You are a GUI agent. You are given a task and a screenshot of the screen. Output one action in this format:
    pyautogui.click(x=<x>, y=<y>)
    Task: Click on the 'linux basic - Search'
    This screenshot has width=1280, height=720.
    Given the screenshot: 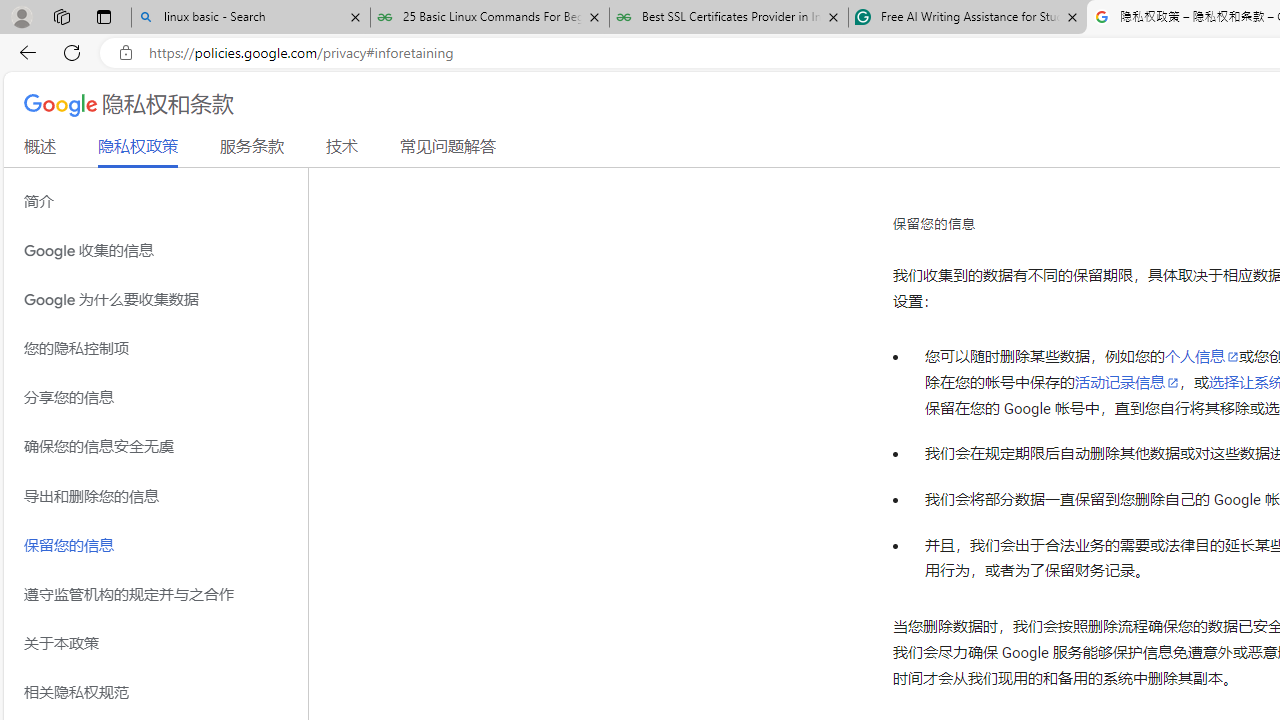 What is the action you would take?
    pyautogui.click(x=249, y=17)
    